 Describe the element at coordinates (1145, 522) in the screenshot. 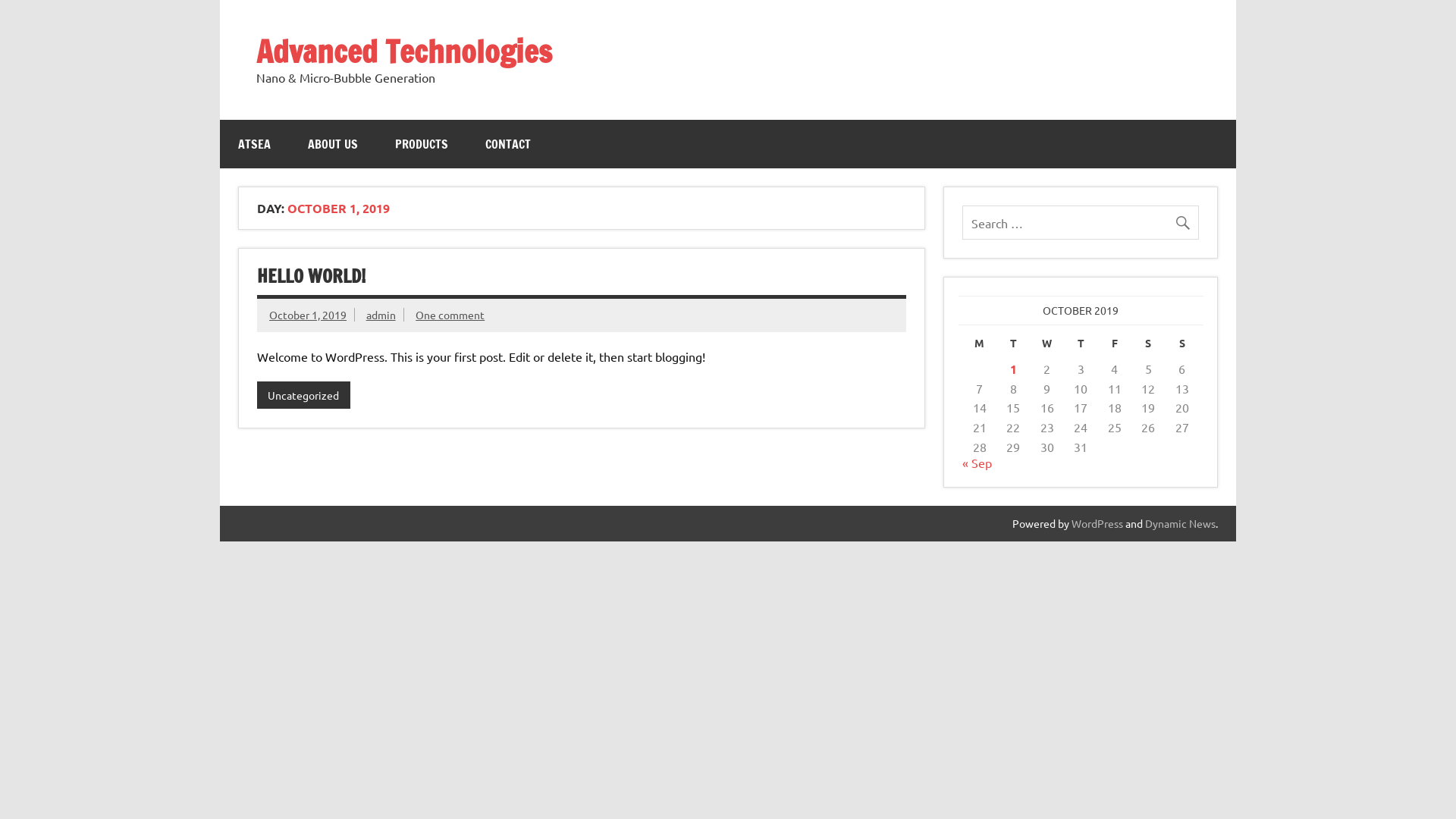

I see `'Dynamic News'` at that location.